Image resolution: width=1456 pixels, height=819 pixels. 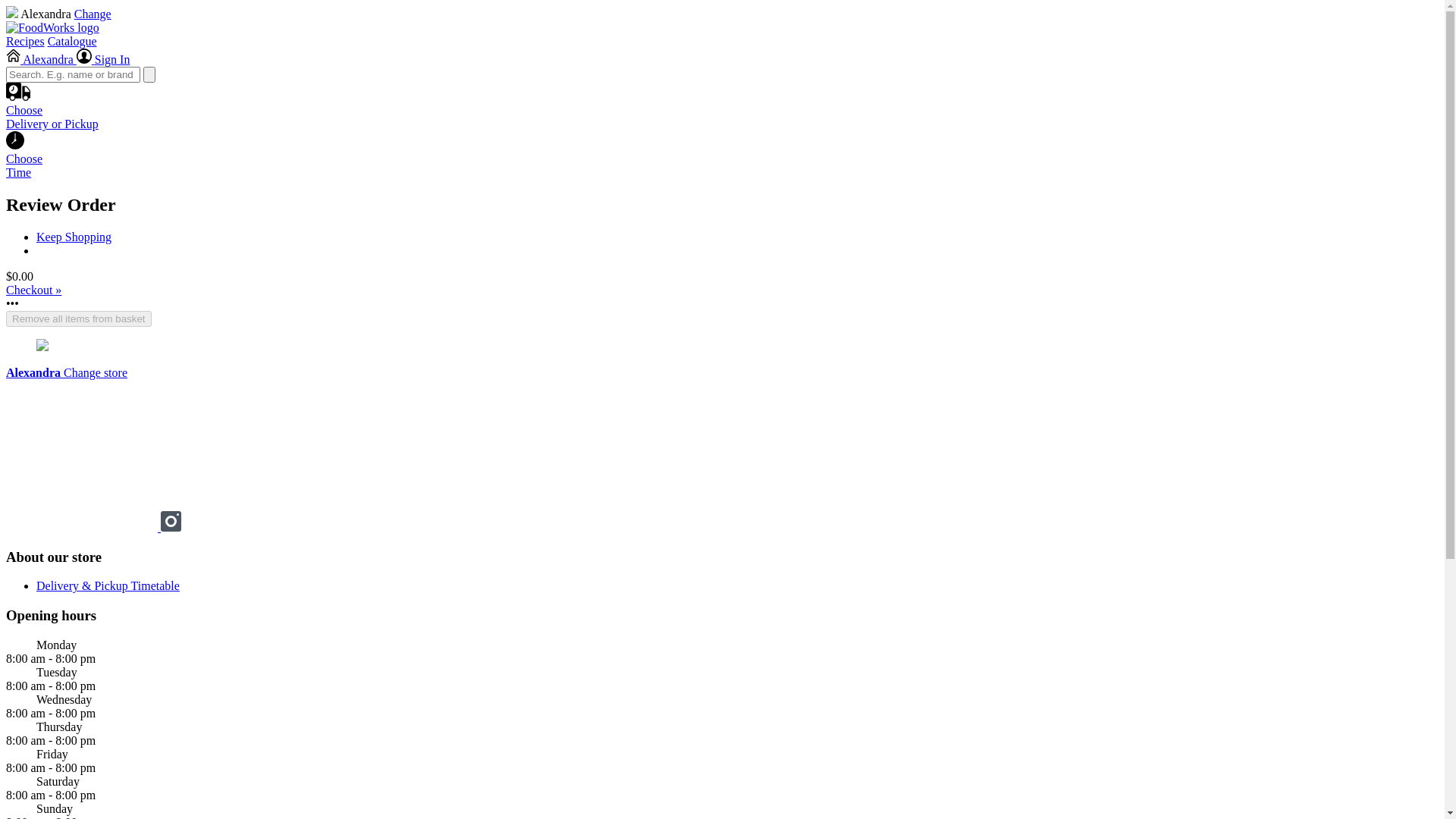 What do you see at coordinates (78, 318) in the screenshot?
I see `'Remove all items from basket'` at bounding box center [78, 318].